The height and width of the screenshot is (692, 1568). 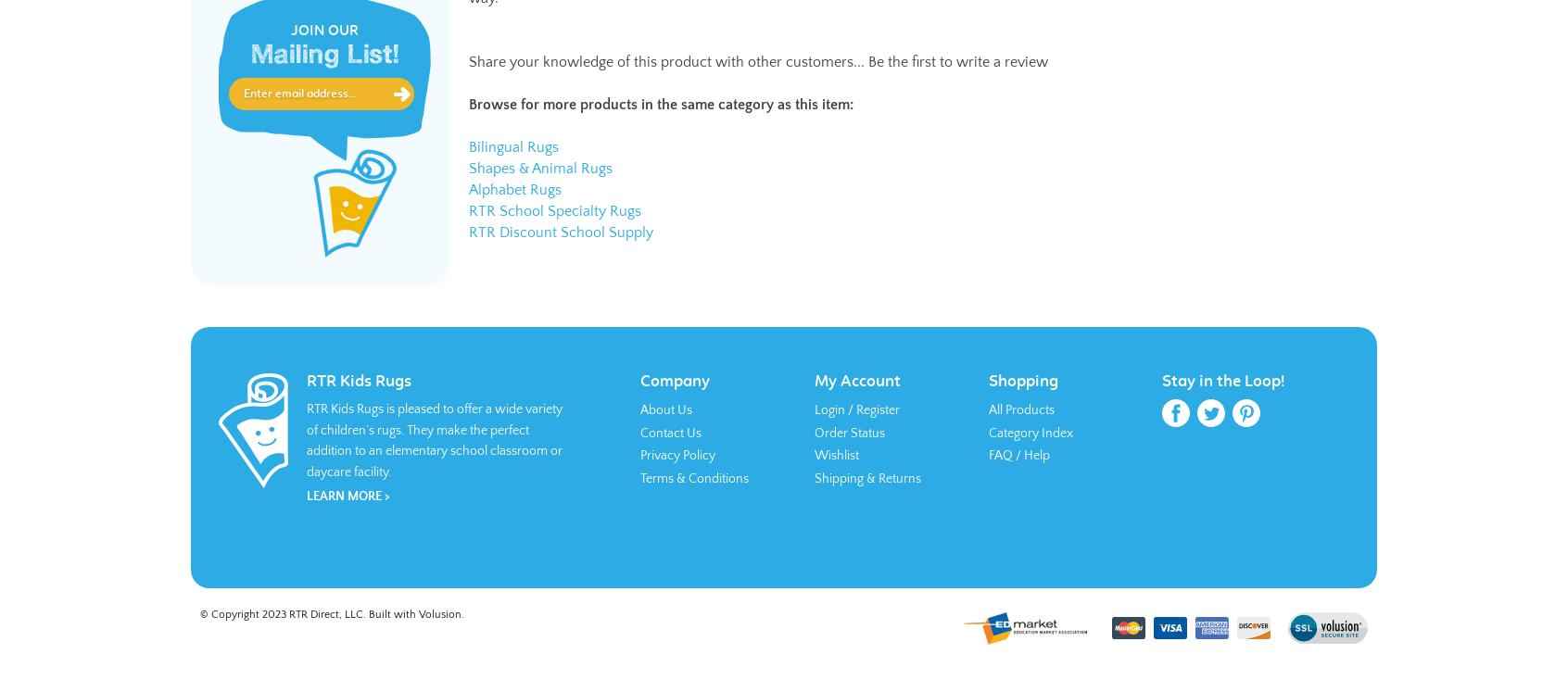 I want to click on 'All Products', so click(x=1020, y=409).